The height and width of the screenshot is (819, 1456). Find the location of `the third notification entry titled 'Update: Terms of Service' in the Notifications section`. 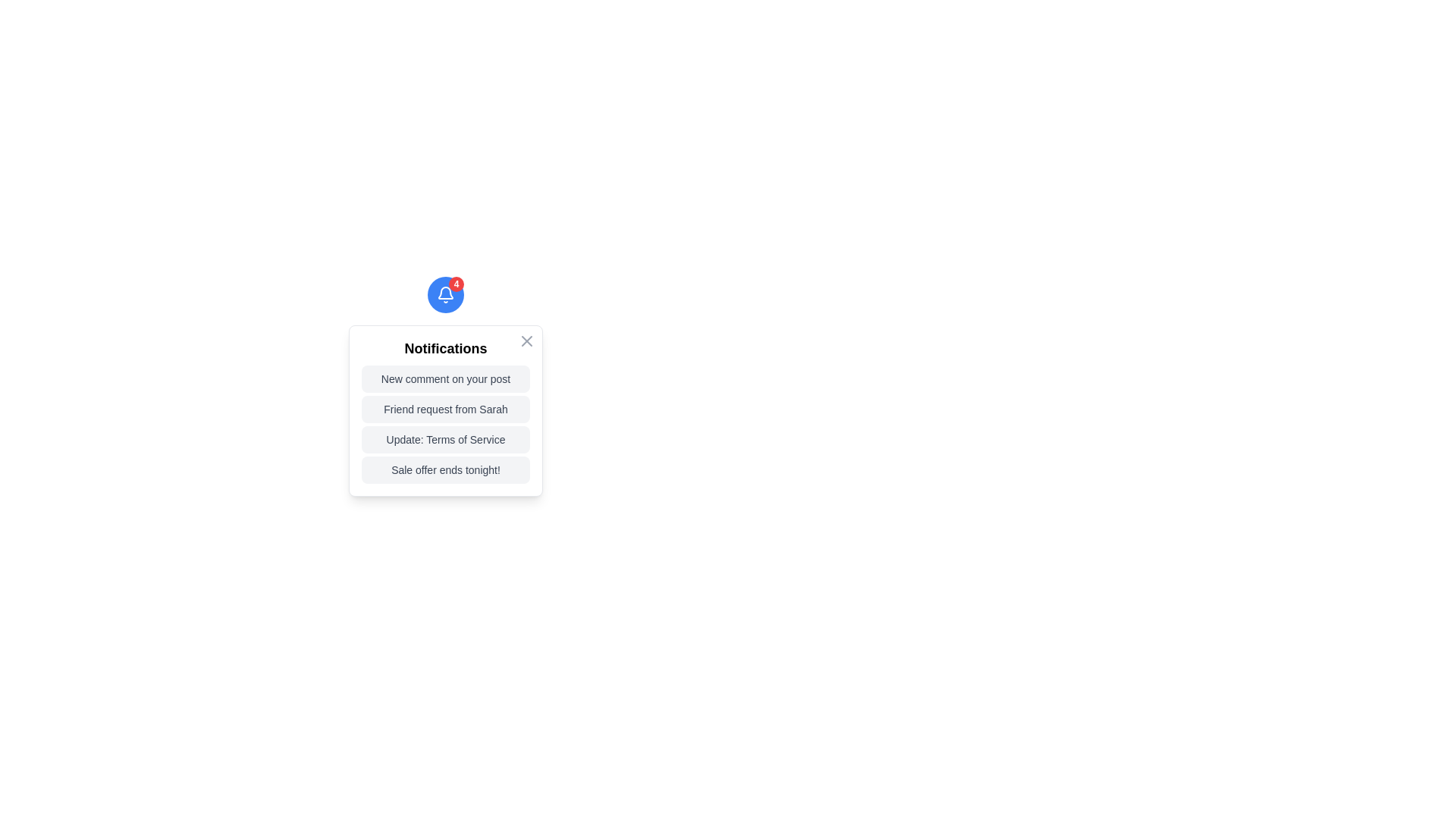

the third notification entry titled 'Update: Terms of Service' in the Notifications section is located at coordinates (445, 424).